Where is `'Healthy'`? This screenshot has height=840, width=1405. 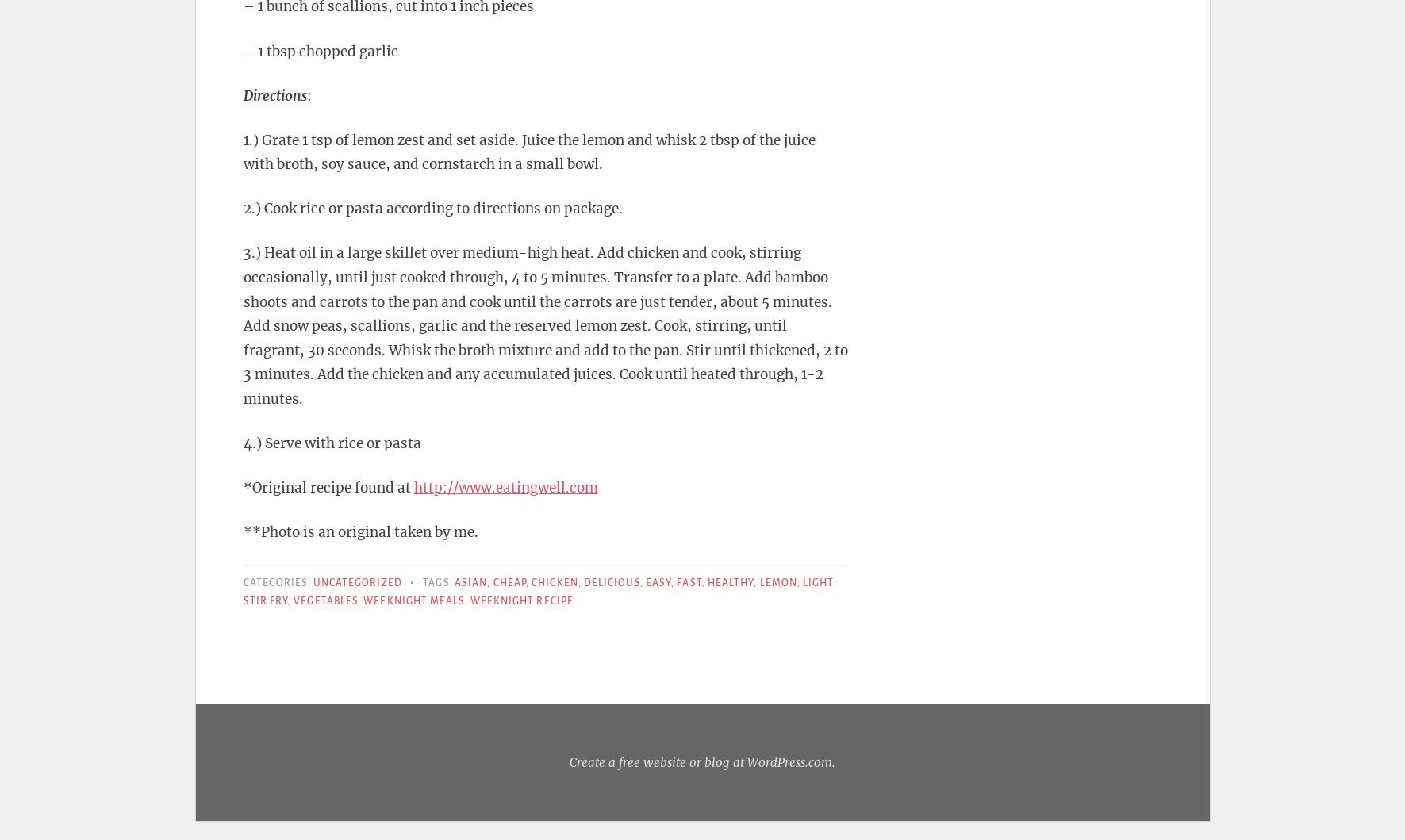 'Healthy' is located at coordinates (730, 583).